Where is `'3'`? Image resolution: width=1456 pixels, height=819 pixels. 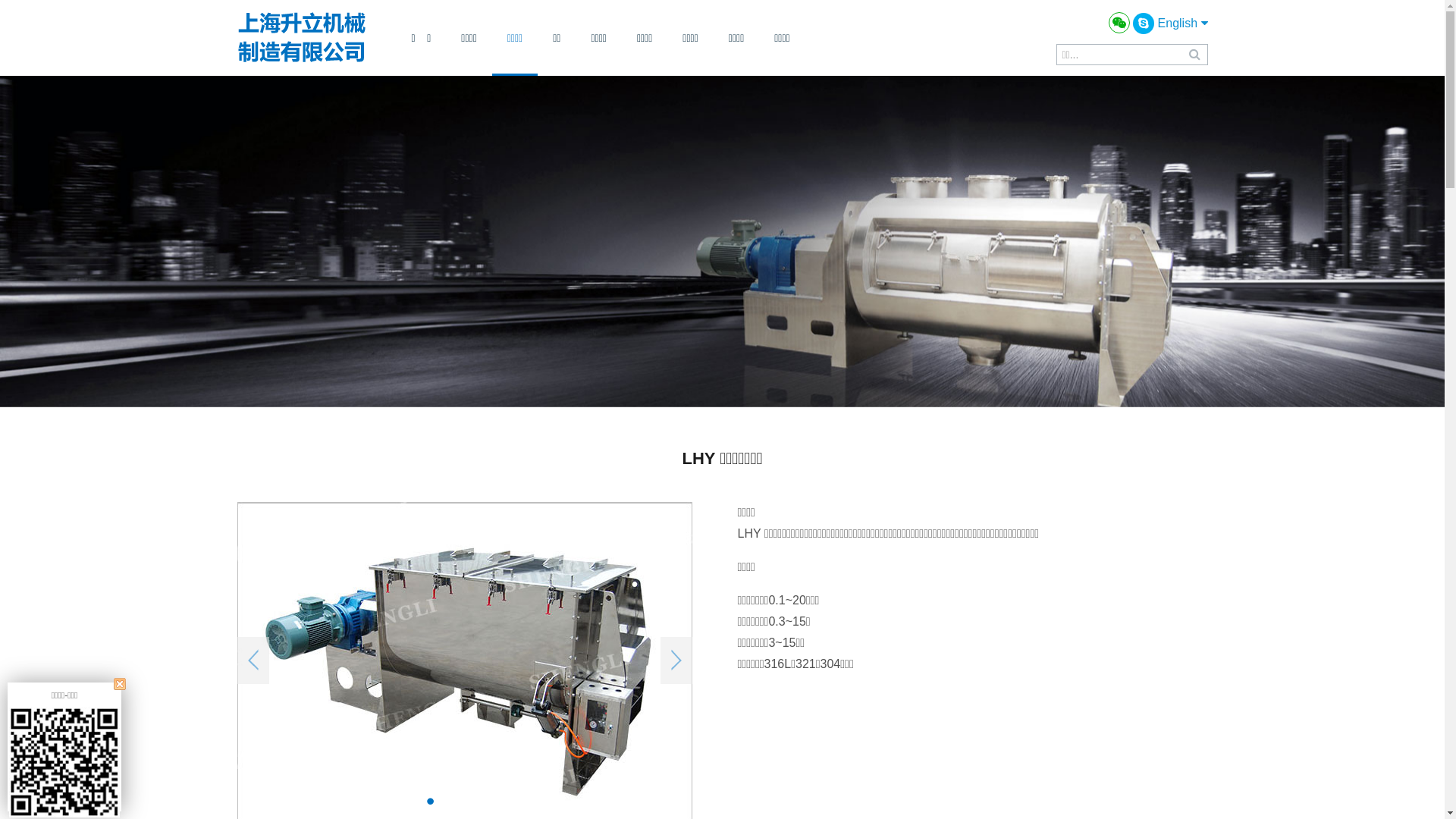
'3' is located at coordinates (475, 800).